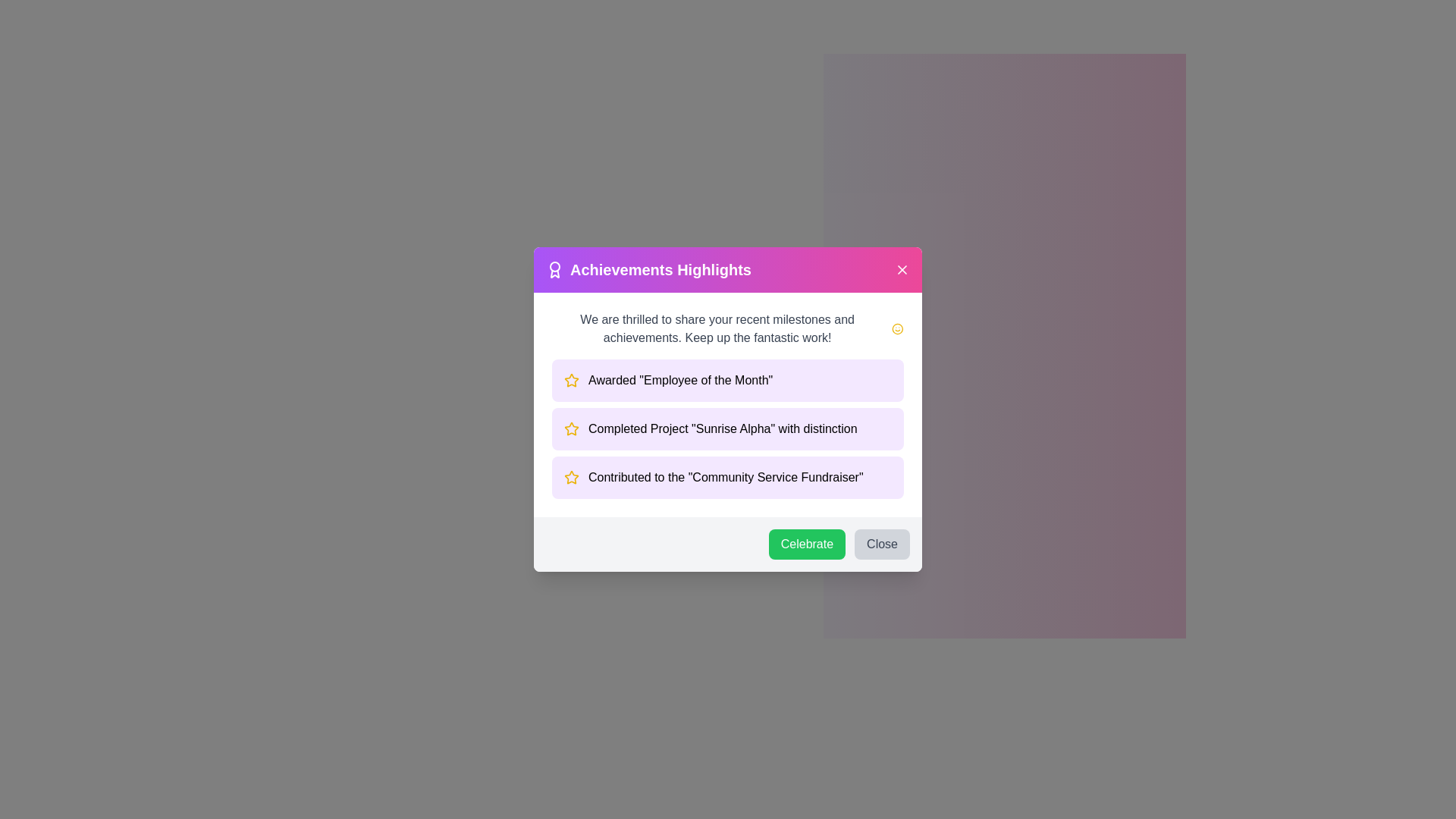  I want to click on the second star icon in the 'Achievements Highlights' modal dialog that signifies the accomplishment of 'Completed Project "Sunrise Alpha" with distinction', so click(570, 379).